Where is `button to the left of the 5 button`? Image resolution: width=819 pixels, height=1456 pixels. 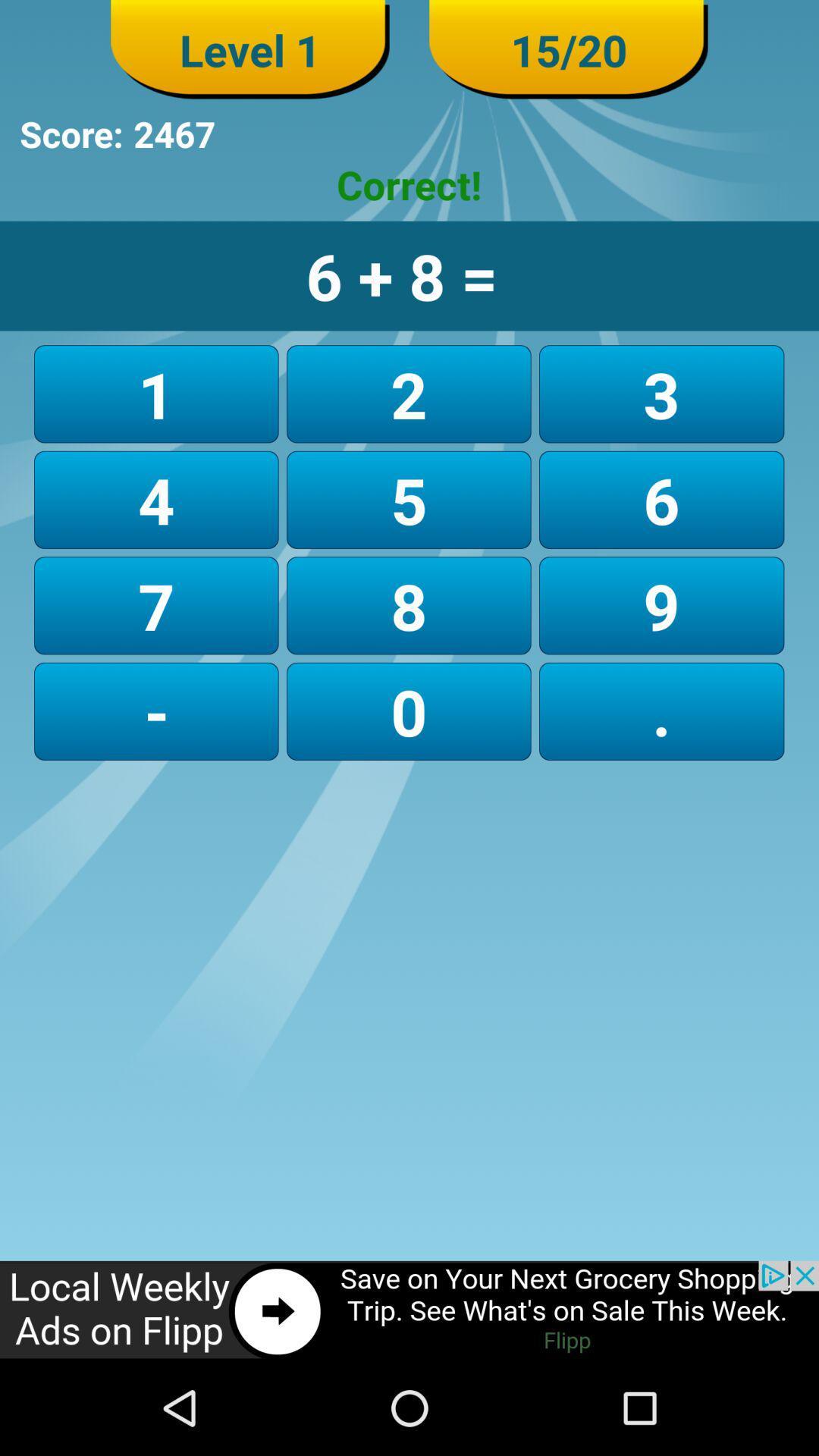 button to the left of the 5 button is located at coordinates (156, 604).